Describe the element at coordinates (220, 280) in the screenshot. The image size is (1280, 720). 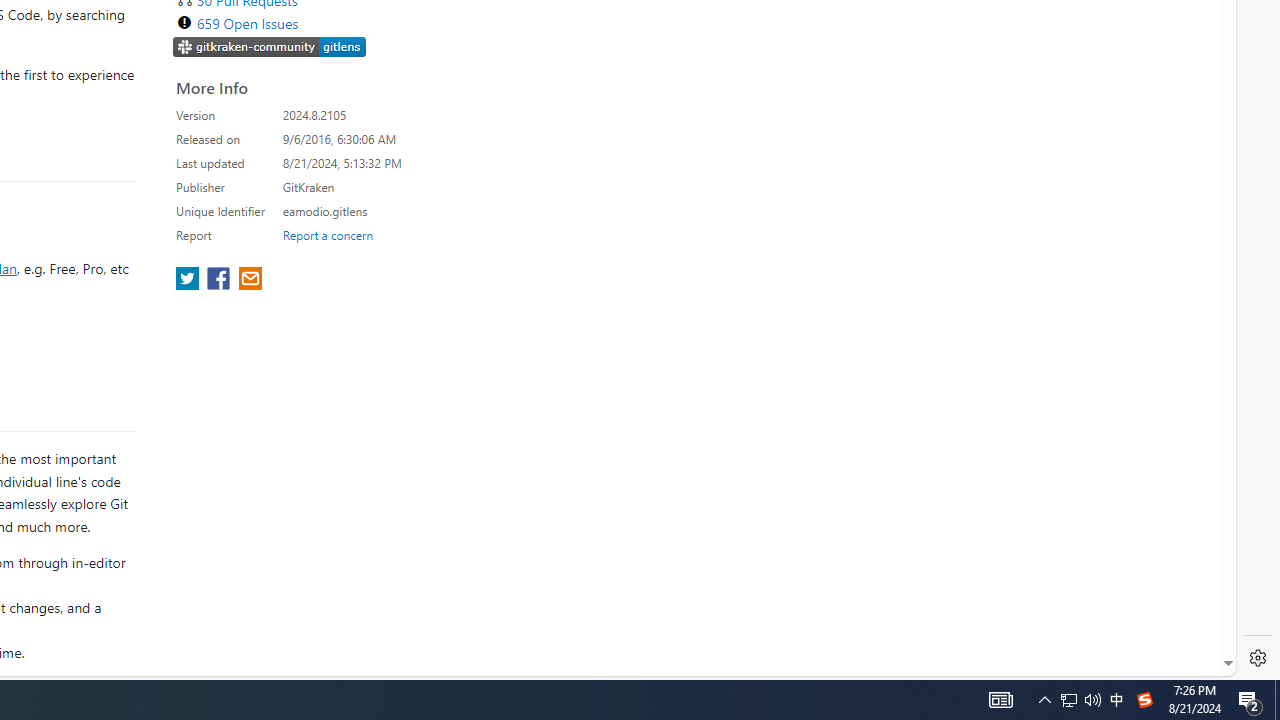
I see `'share extension on facebook'` at that location.